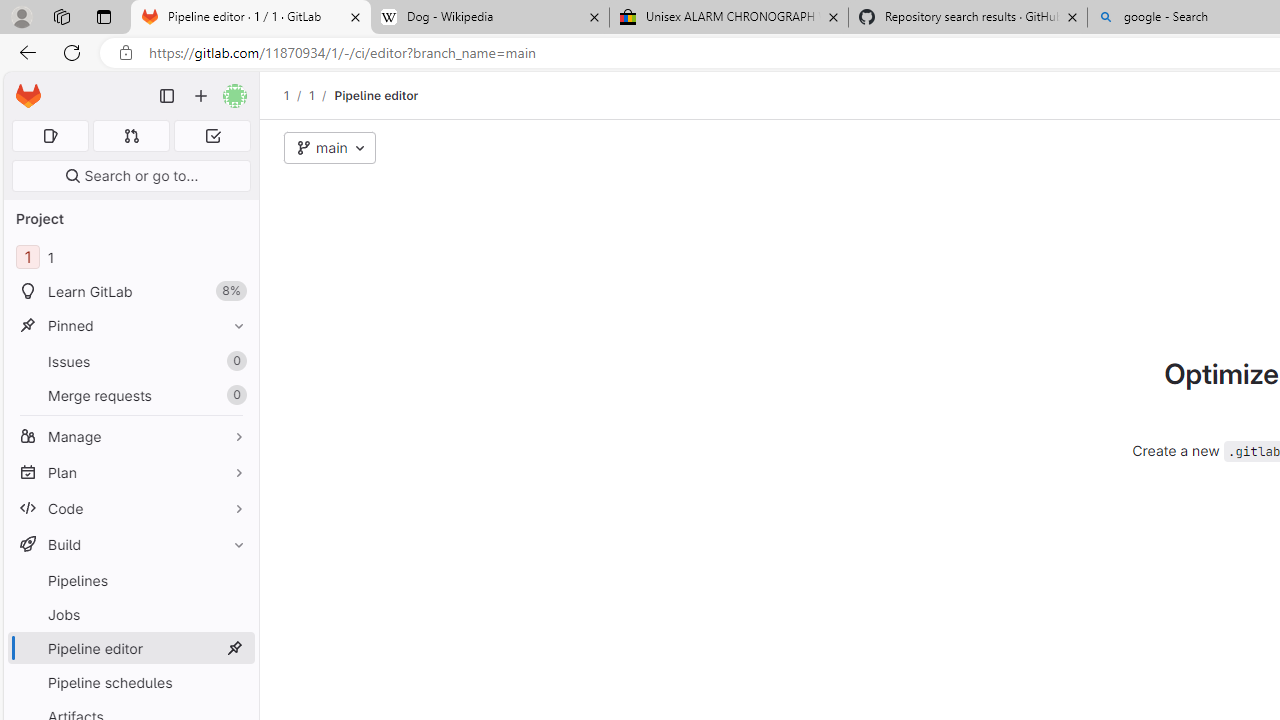 This screenshot has width=1280, height=720. I want to click on 'Pipelines', so click(130, 580).